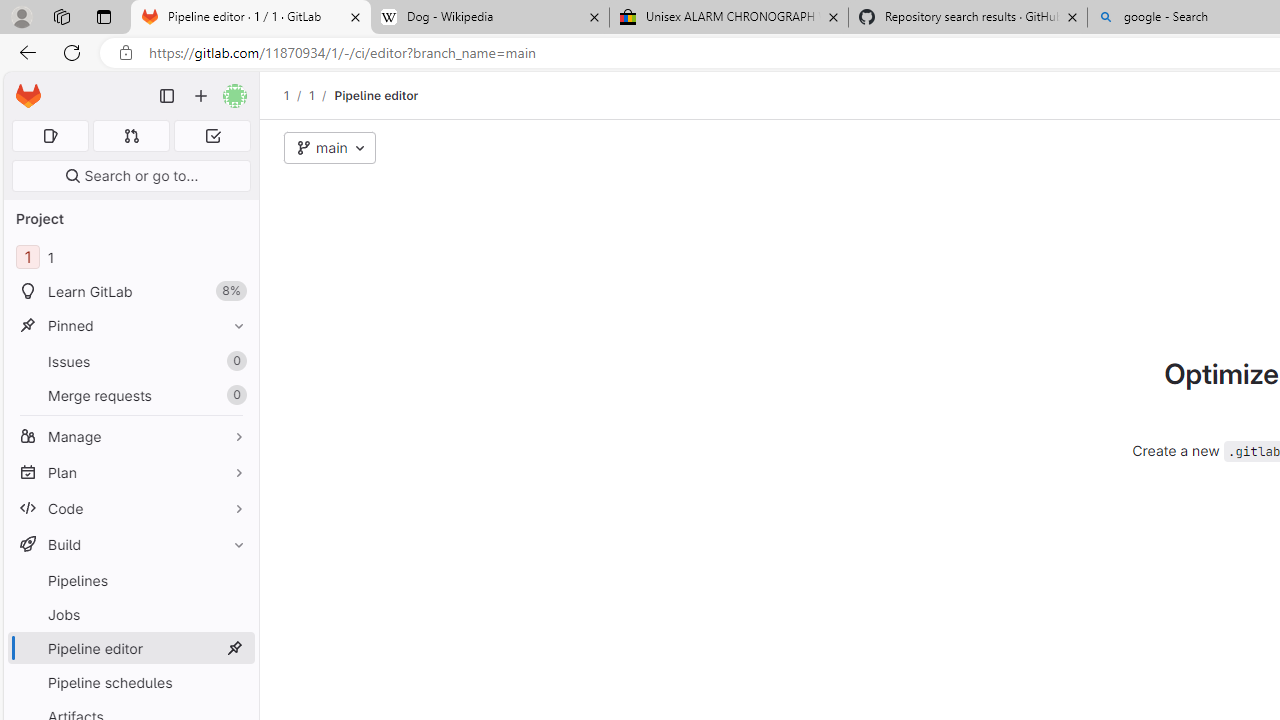 This screenshot has width=1280, height=720. I want to click on 'Pipelines', so click(130, 580).